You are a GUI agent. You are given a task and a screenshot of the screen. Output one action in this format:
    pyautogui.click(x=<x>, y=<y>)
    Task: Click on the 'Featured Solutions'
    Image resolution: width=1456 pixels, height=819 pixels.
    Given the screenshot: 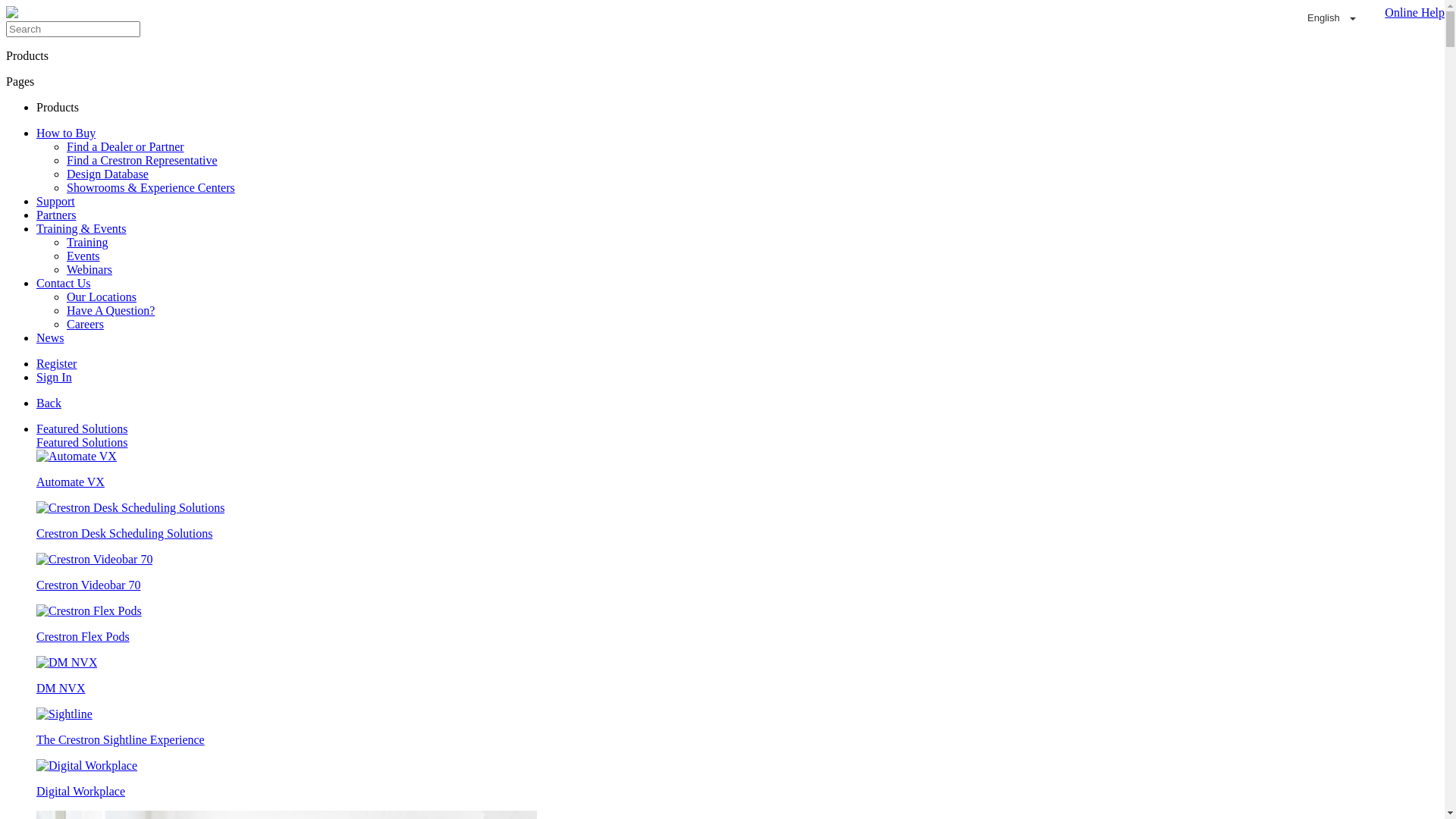 What is the action you would take?
    pyautogui.click(x=80, y=442)
    